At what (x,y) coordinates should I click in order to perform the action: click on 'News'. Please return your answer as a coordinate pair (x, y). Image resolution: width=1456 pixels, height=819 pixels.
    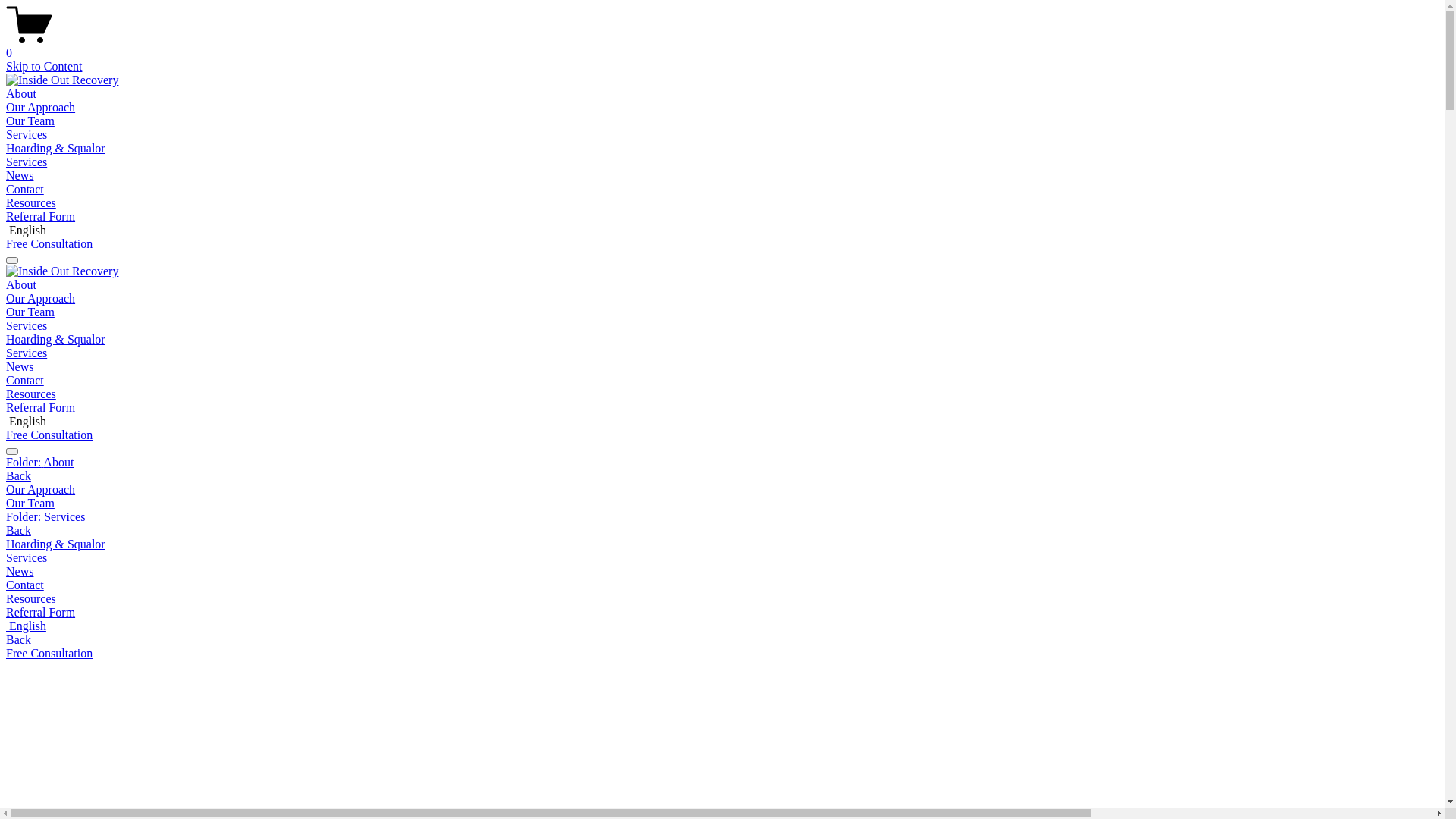
    Looking at the image, I should click on (721, 571).